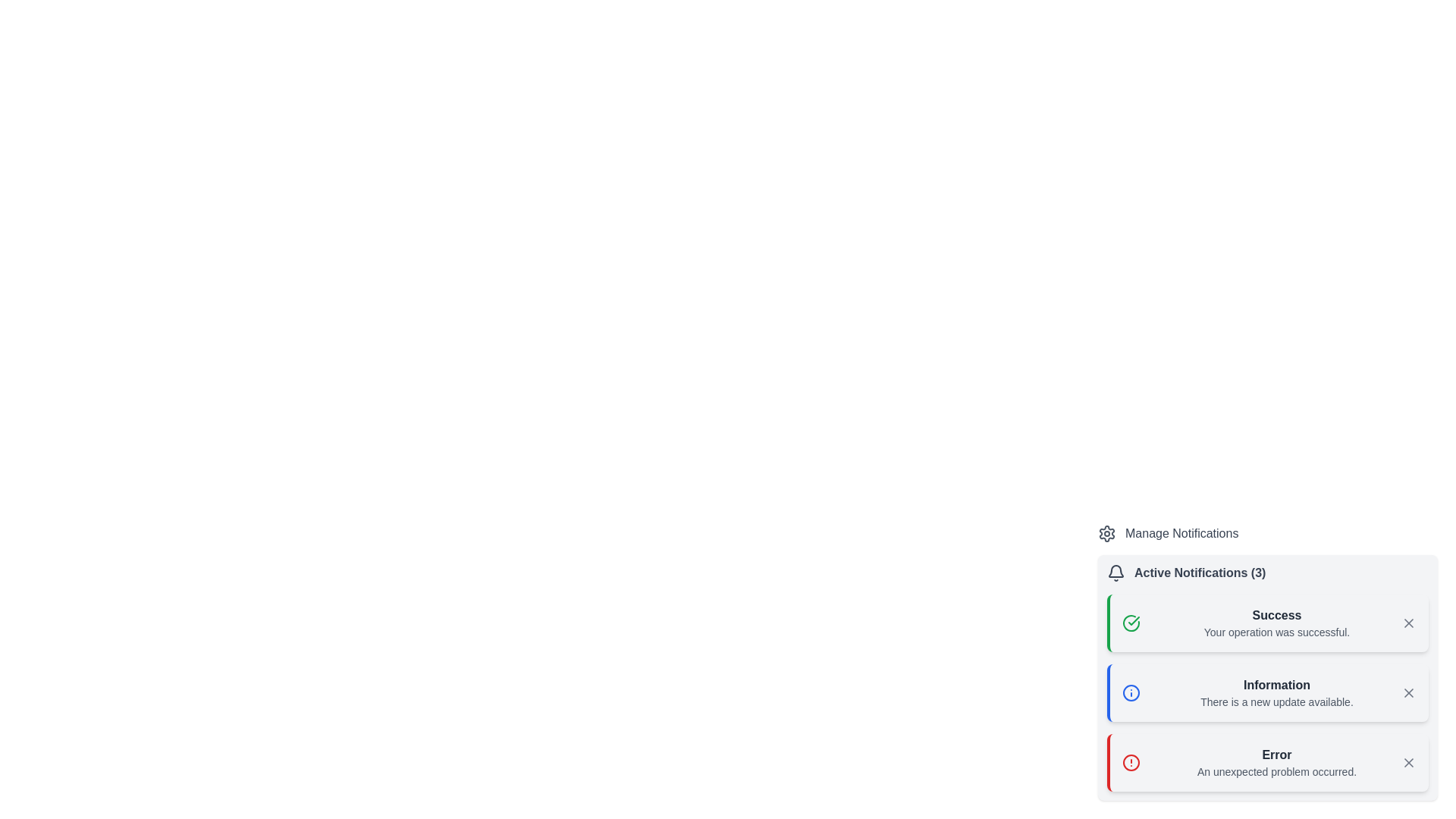 Image resolution: width=1456 pixels, height=819 pixels. I want to click on the close icon located in the upper-right corner of the notification block, so click(1407, 763).